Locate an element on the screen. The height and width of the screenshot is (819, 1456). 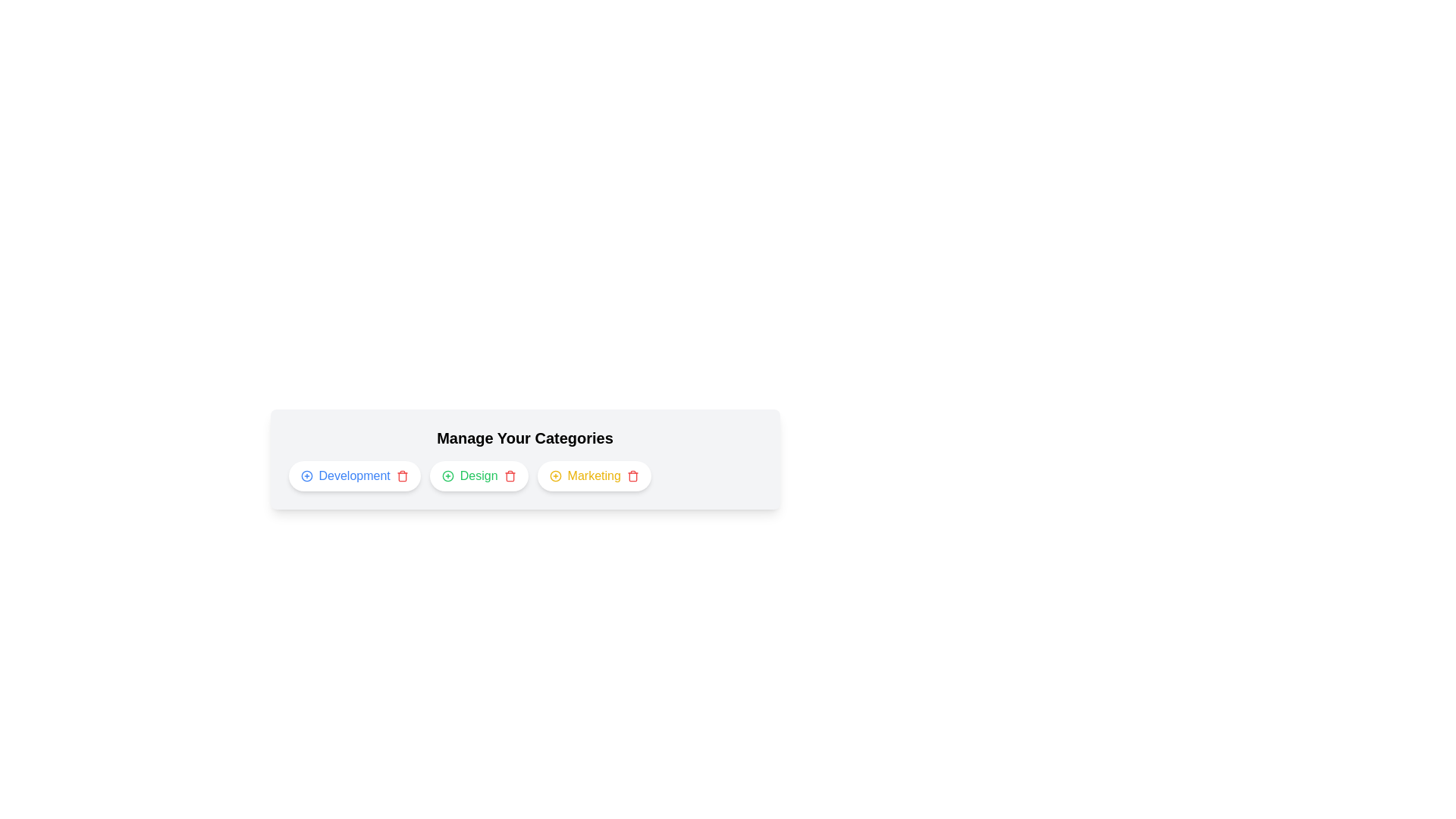
the category Marketing to highlight it is located at coordinates (593, 475).